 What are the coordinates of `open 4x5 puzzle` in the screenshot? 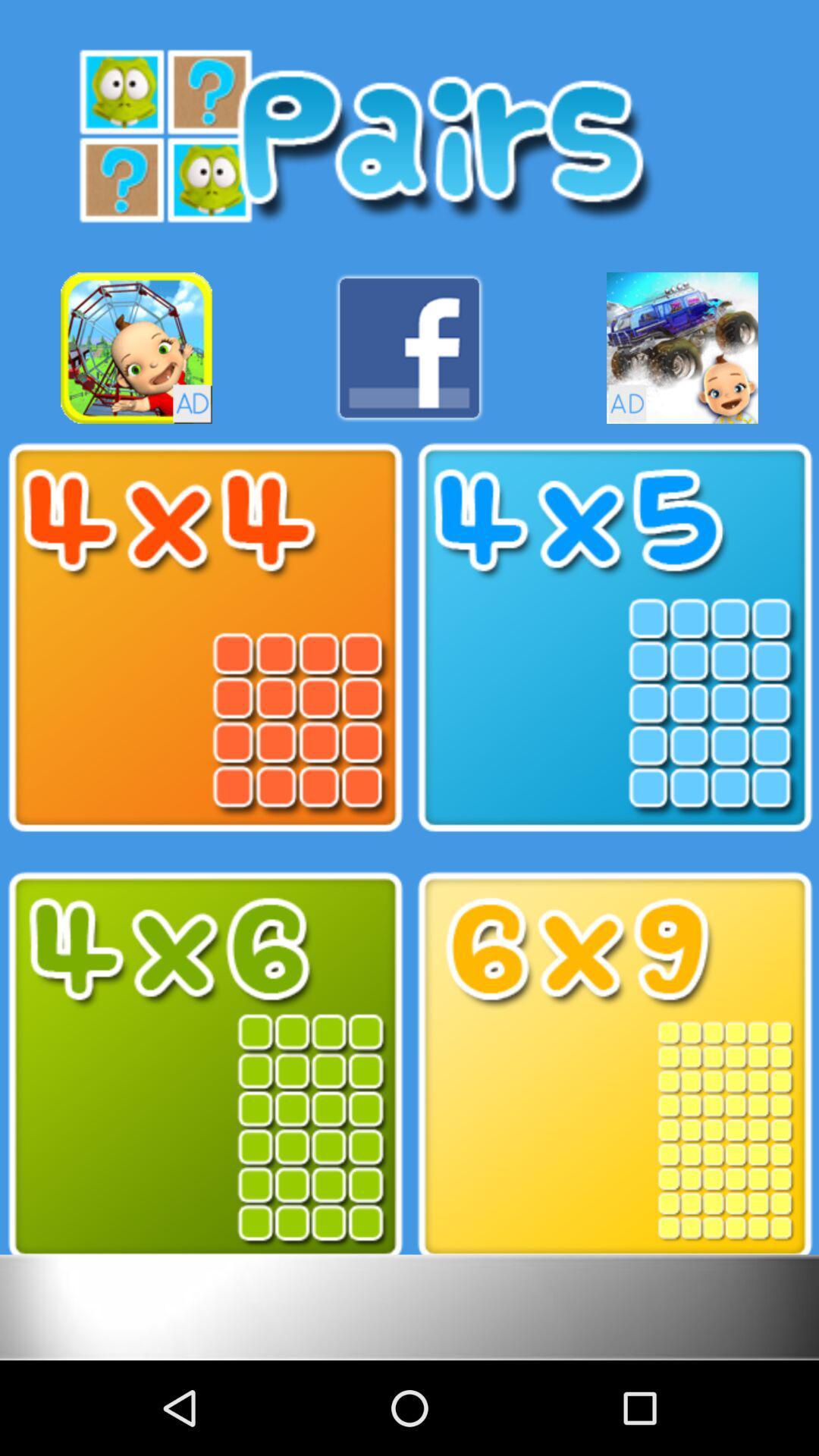 It's located at (614, 638).